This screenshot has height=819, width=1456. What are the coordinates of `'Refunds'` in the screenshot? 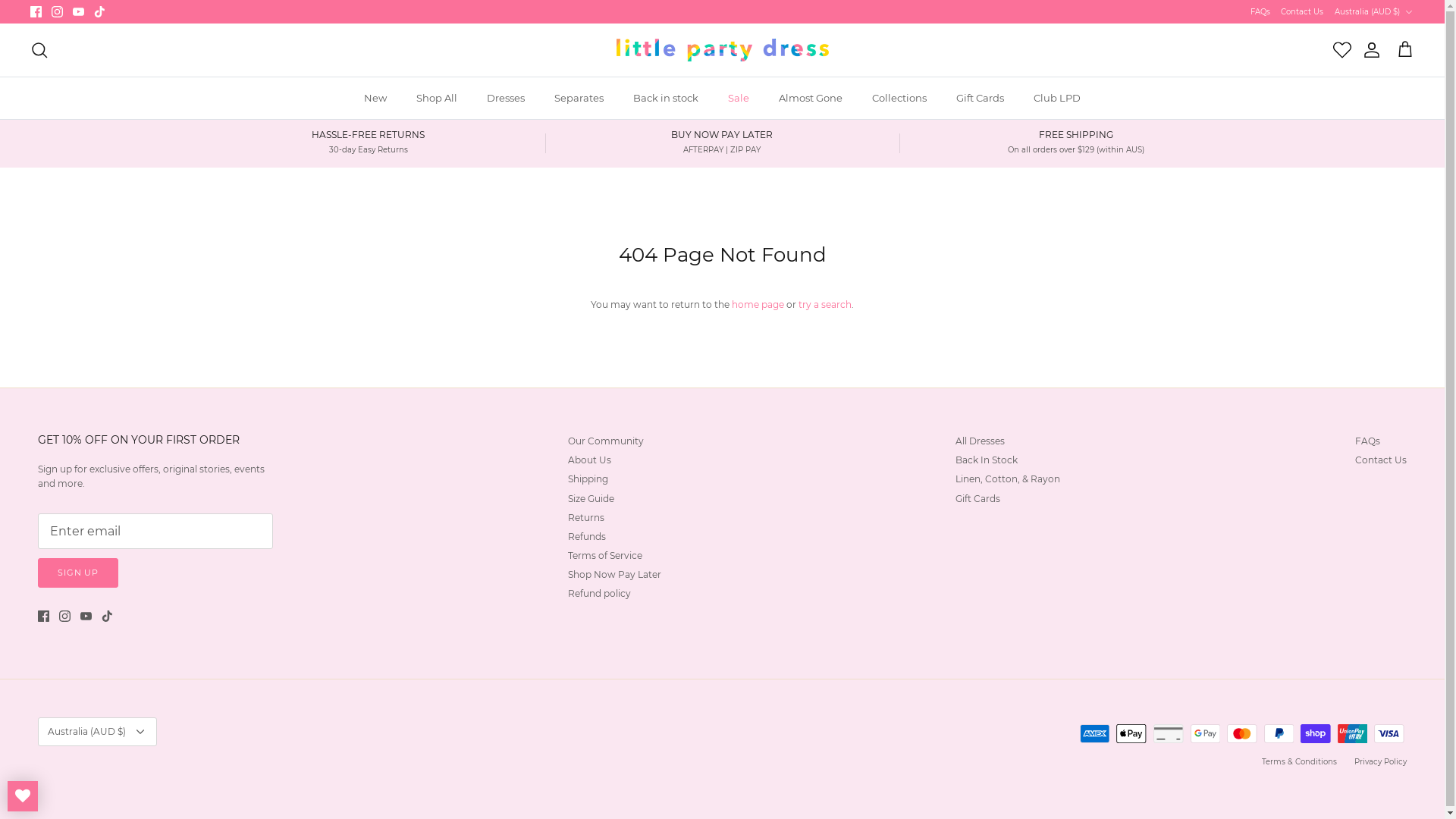 It's located at (585, 535).